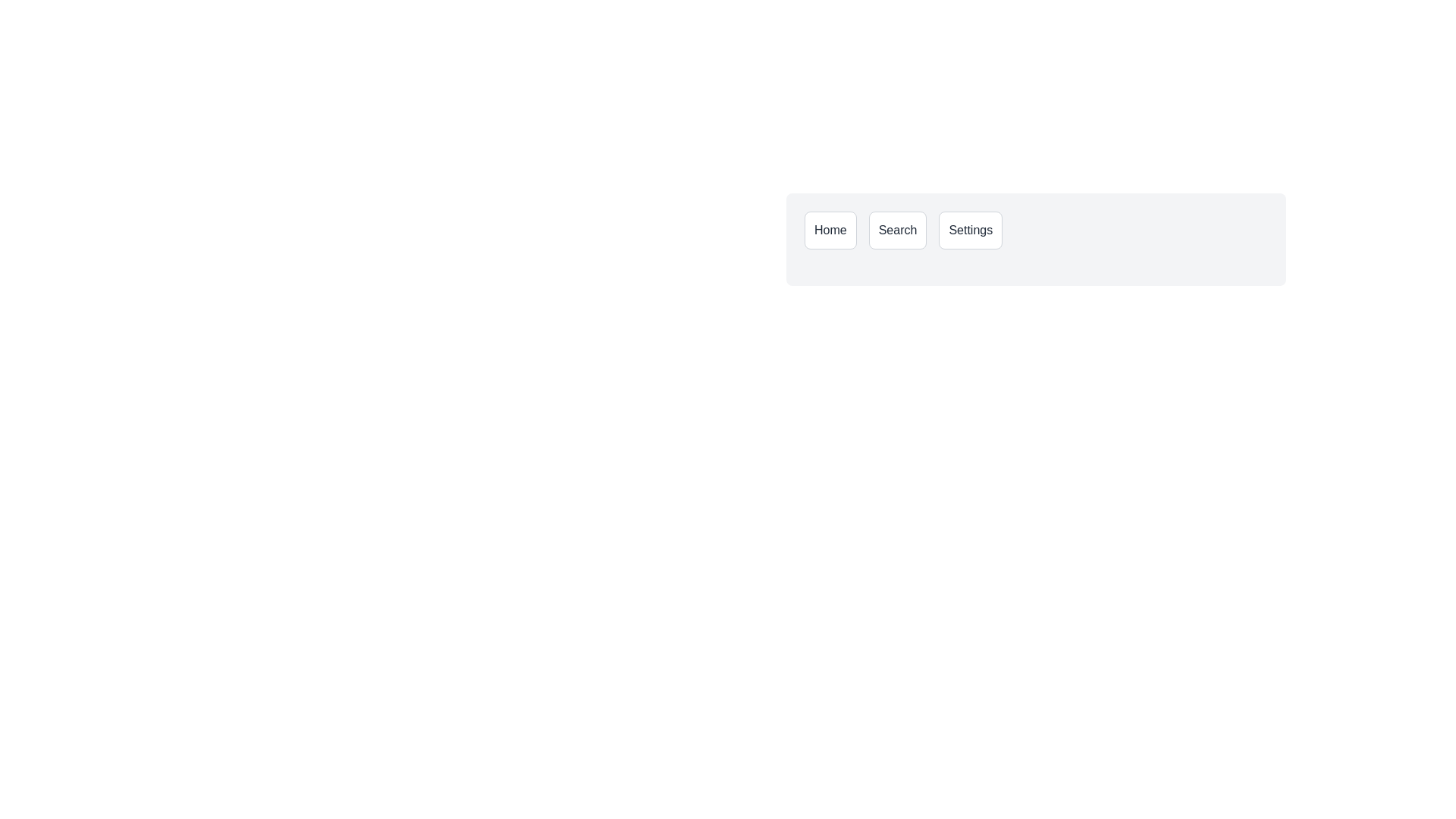  I want to click on the 'Search' button, which is the second button in a horizontal set of three buttons labeled 'Home', 'Search', and 'Settings', to potentially display a tooltip or visual feedback, so click(898, 231).